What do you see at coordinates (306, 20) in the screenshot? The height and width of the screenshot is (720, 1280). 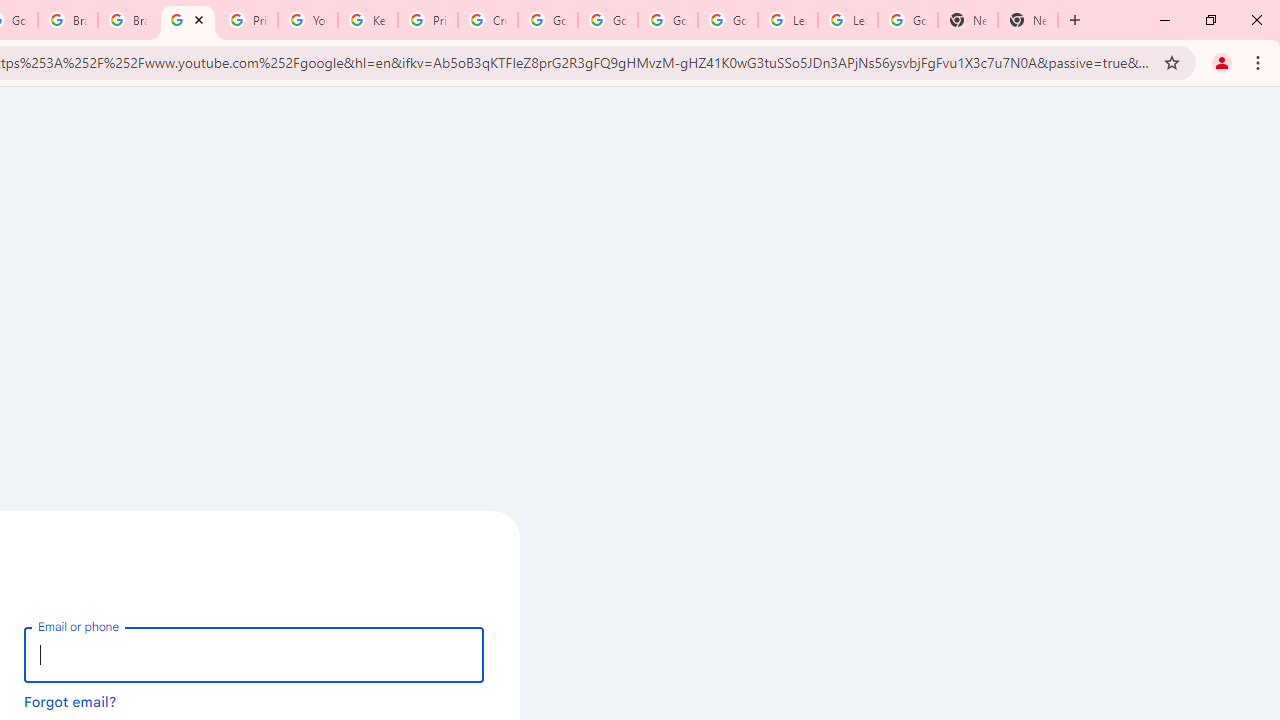 I see `'YouTube'` at bounding box center [306, 20].